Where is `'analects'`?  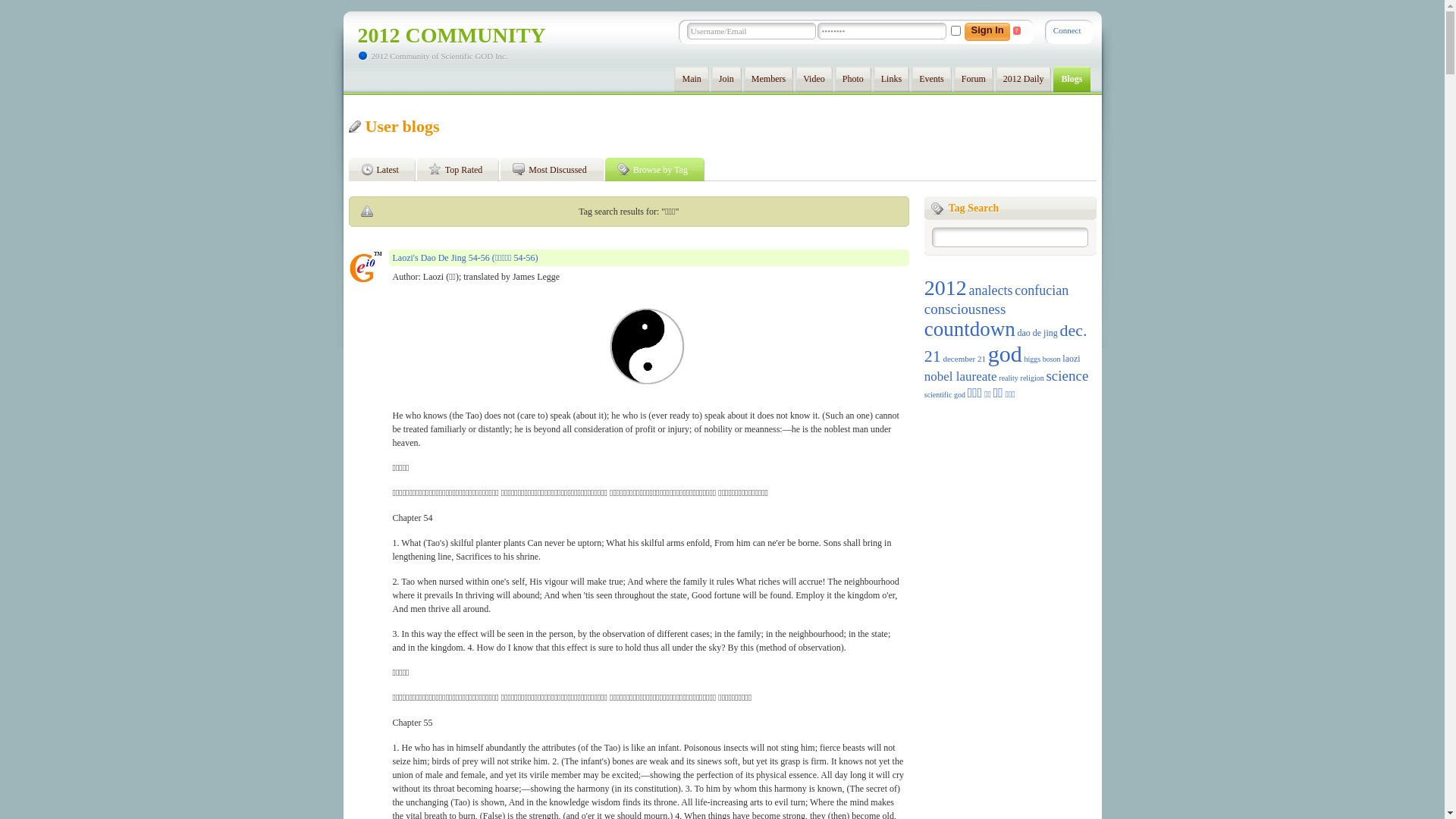
'analects' is located at coordinates (967, 290).